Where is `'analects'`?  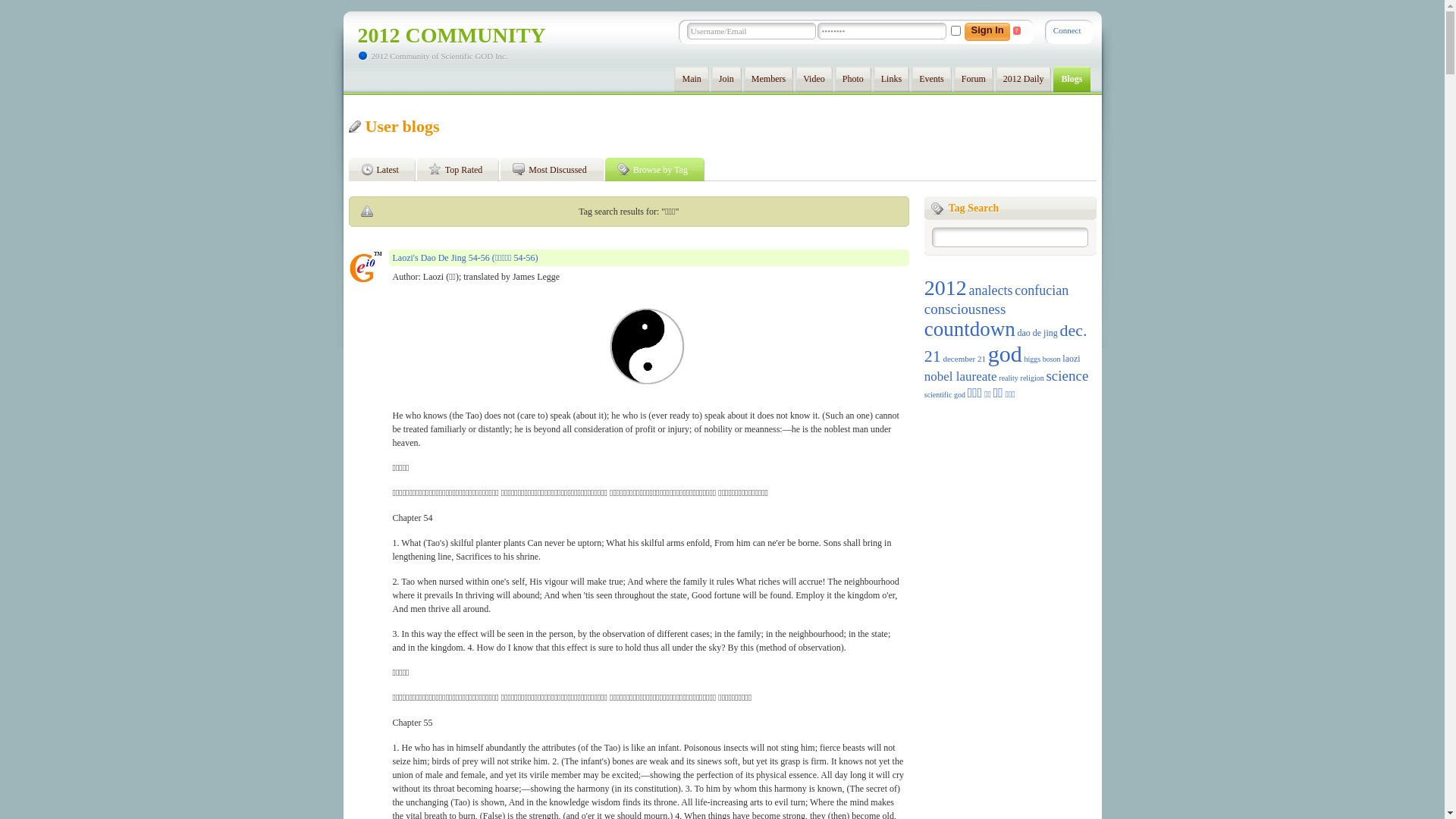
'analects' is located at coordinates (967, 290).